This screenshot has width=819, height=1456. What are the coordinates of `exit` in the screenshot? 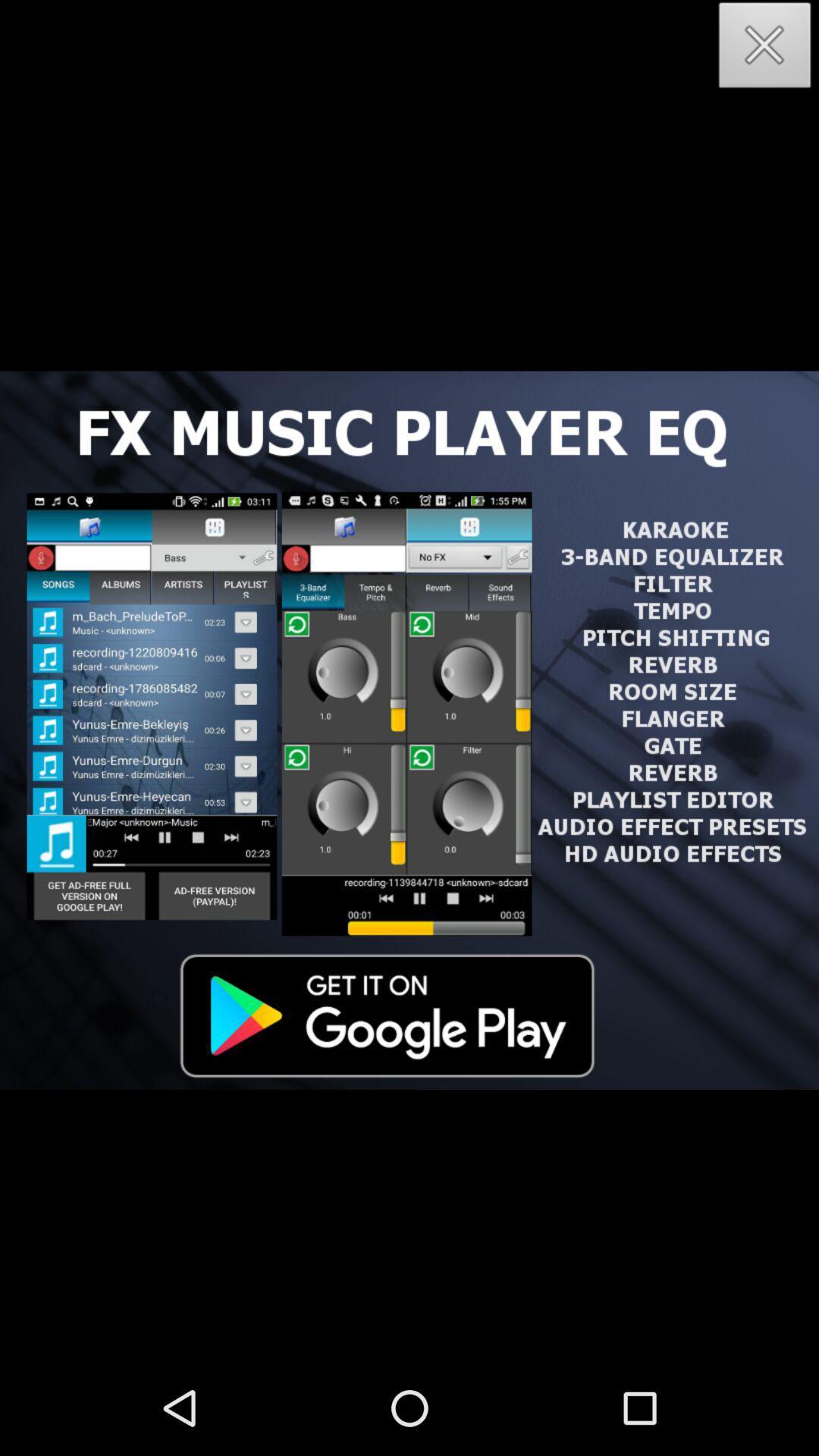 It's located at (765, 49).